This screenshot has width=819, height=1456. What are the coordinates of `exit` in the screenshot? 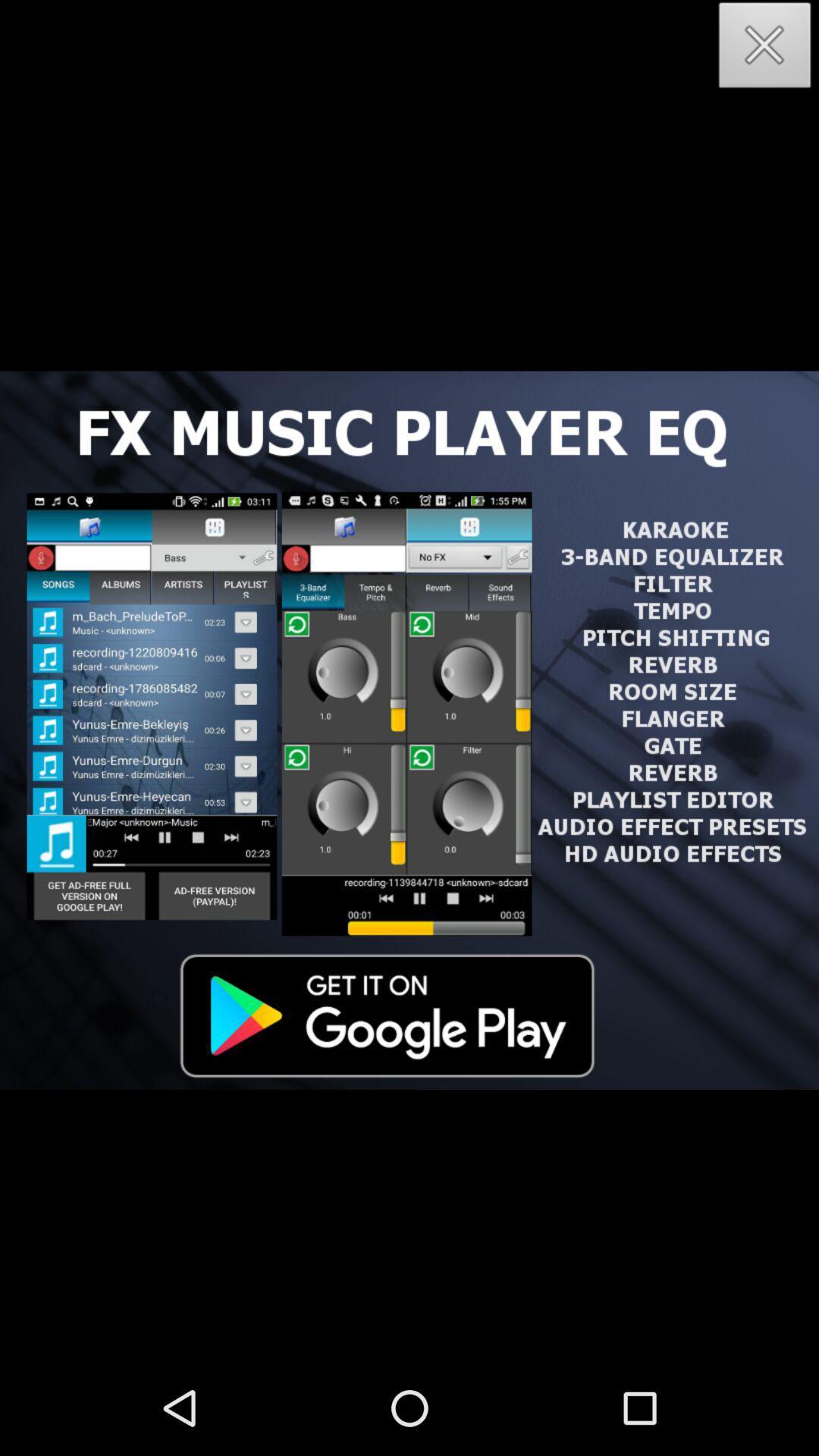 It's located at (765, 49).